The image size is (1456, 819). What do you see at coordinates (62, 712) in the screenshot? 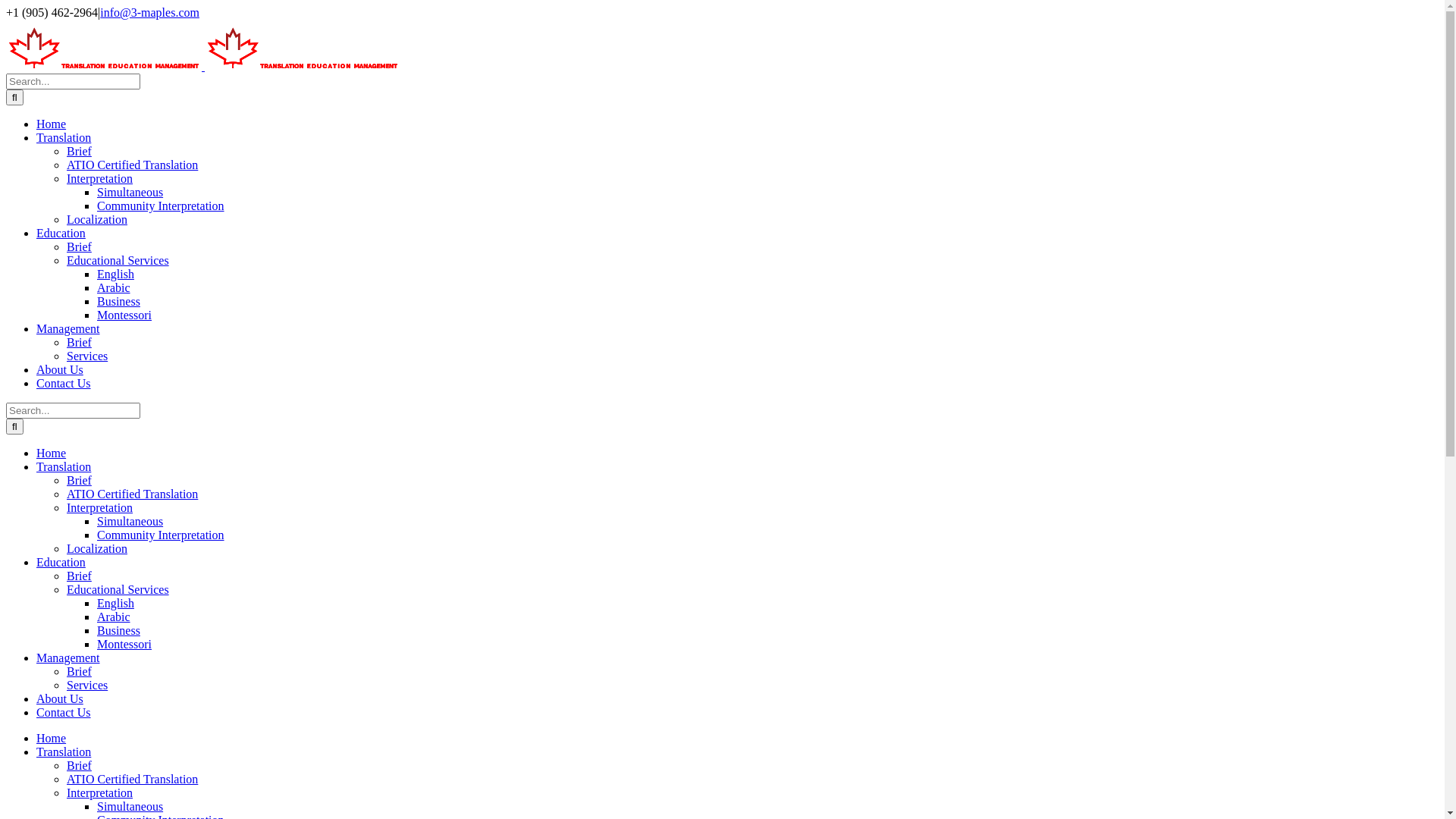
I see `'Contact Us'` at bounding box center [62, 712].